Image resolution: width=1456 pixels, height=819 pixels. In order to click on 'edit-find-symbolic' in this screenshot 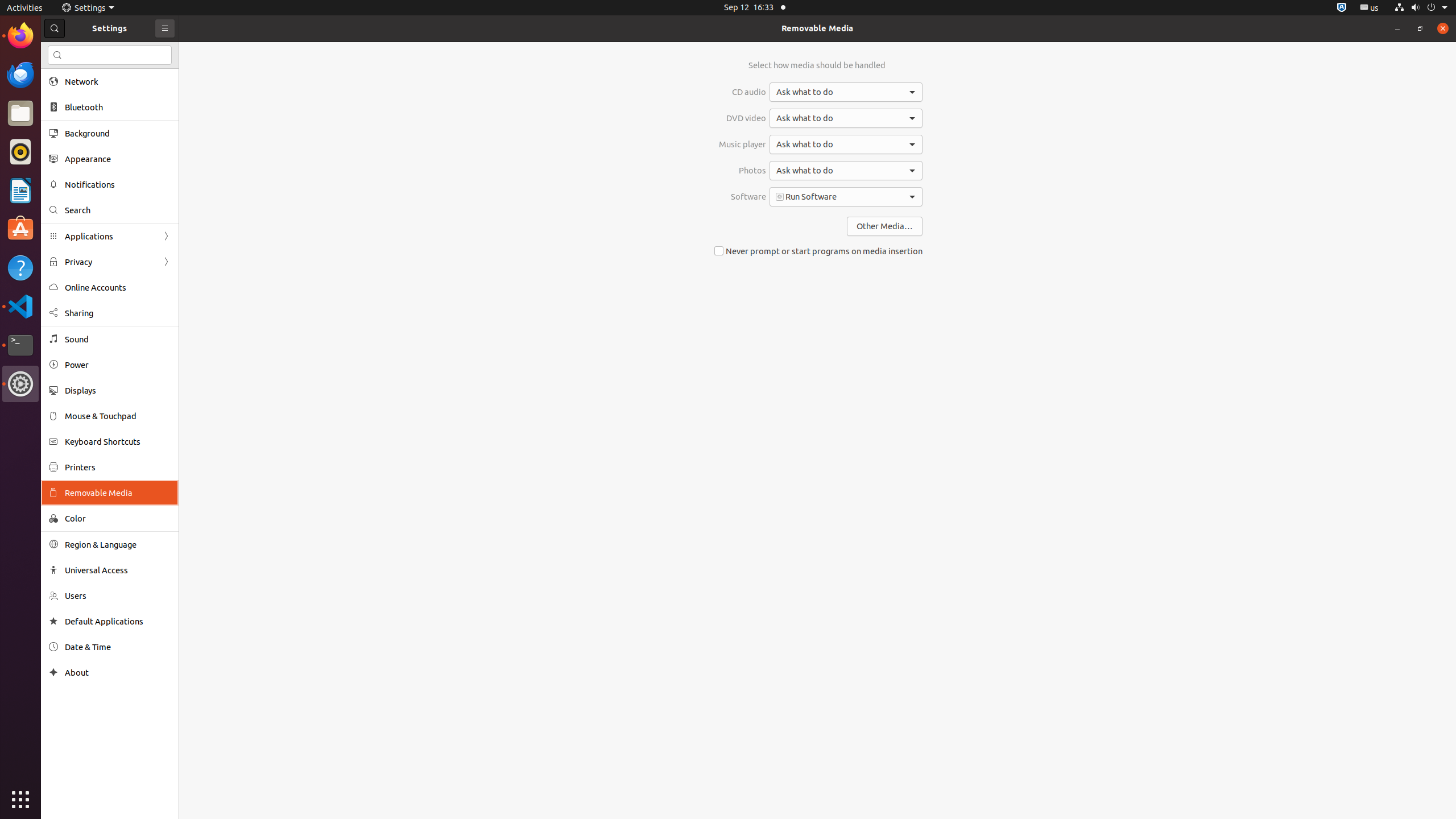, I will do `click(57, 55)`.